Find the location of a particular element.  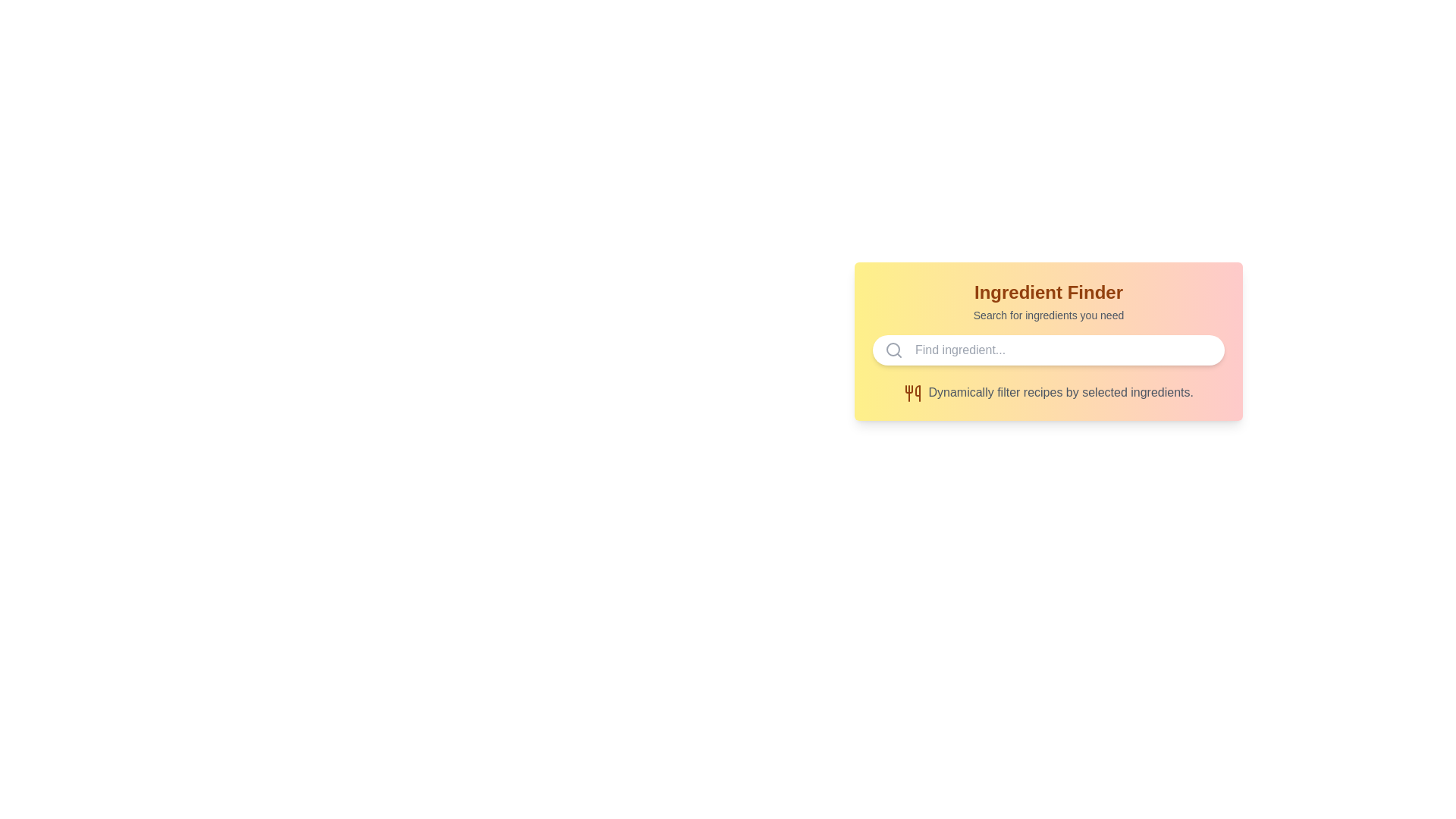

the circular outline symbol styled as a search lens, which is part of the search icon located to the left of the 'Find ingredient...' text input field is located at coordinates (893, 350).